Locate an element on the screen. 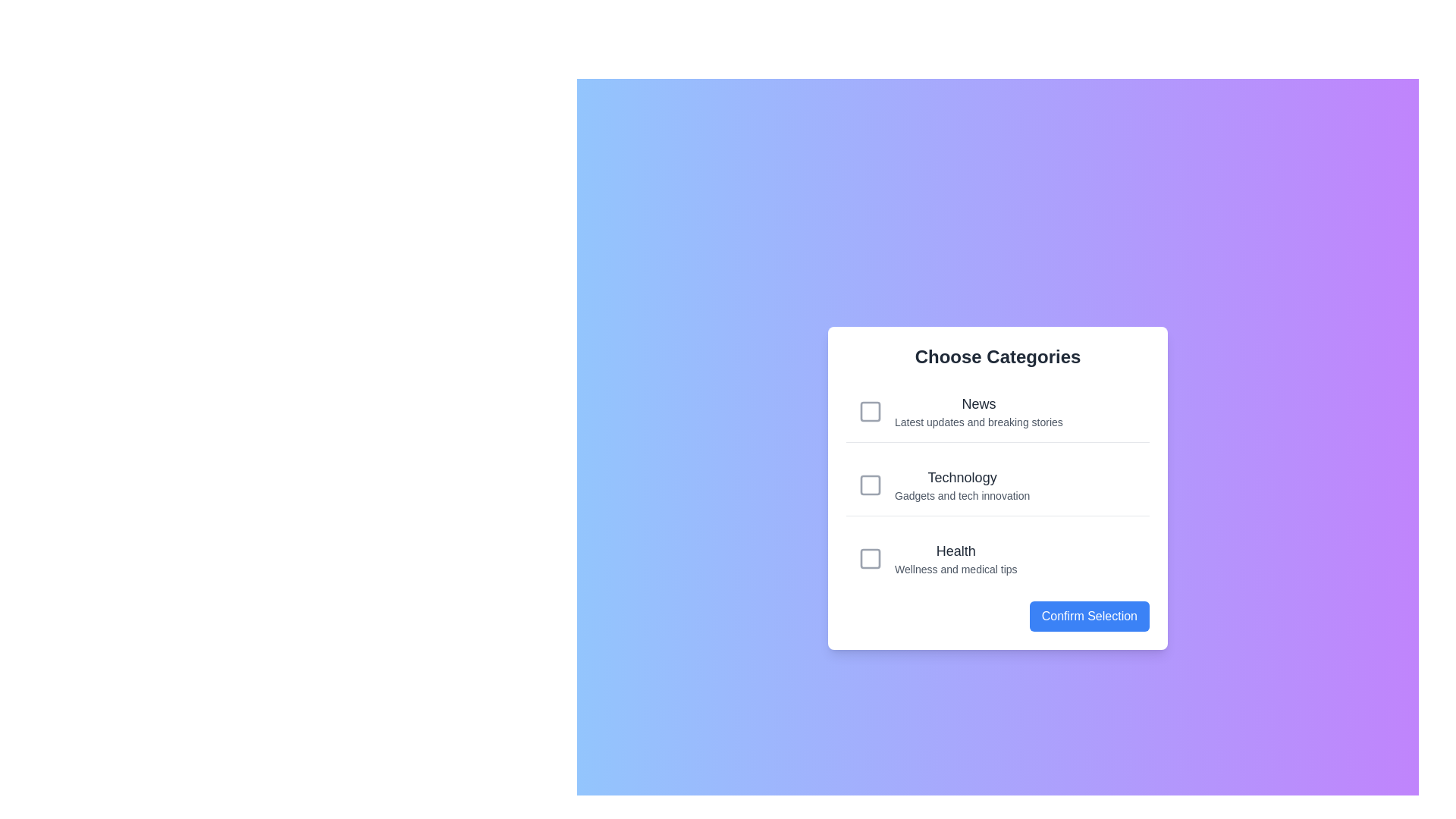 This screenshot has width=1456, height=819. the category News to observe visual feedback is located at coordinates (997, 412).